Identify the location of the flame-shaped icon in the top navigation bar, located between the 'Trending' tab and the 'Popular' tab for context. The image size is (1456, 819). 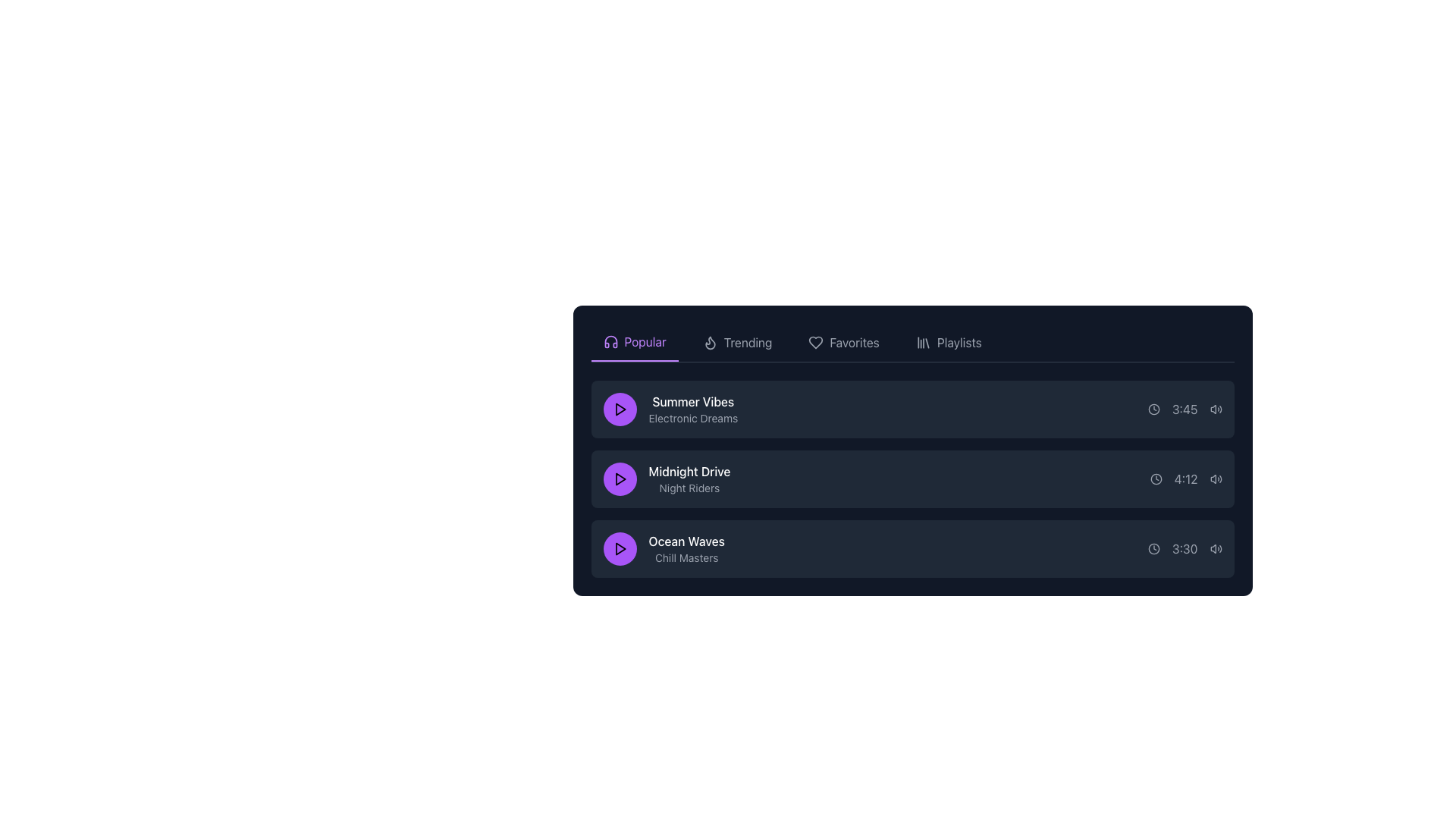
(709, 343).